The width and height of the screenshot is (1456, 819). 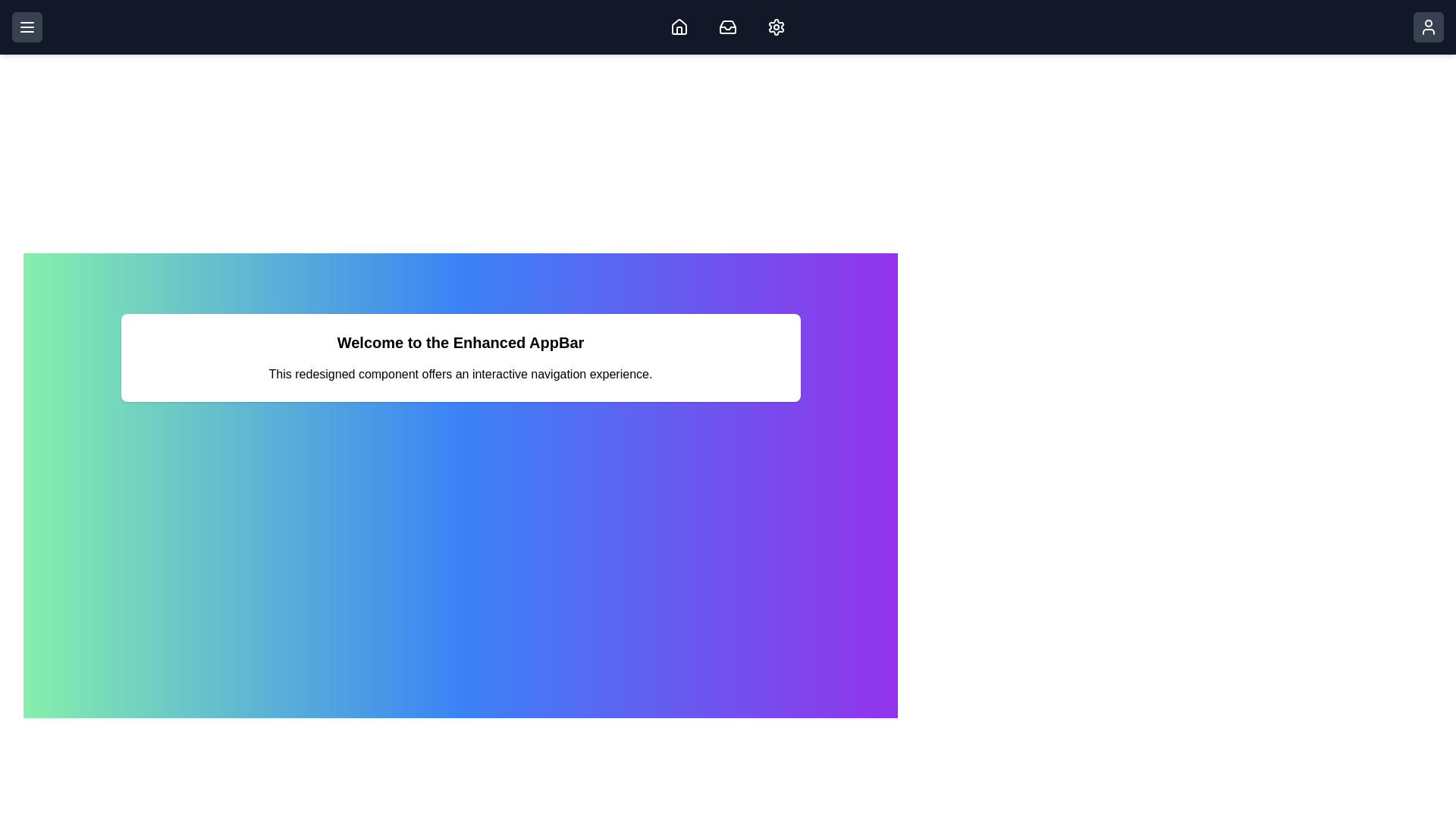 What do you see at coordinates (728, 27) in the screenshot?
I see `the Inbox icon to view messages` at bounding box center [728, 27].